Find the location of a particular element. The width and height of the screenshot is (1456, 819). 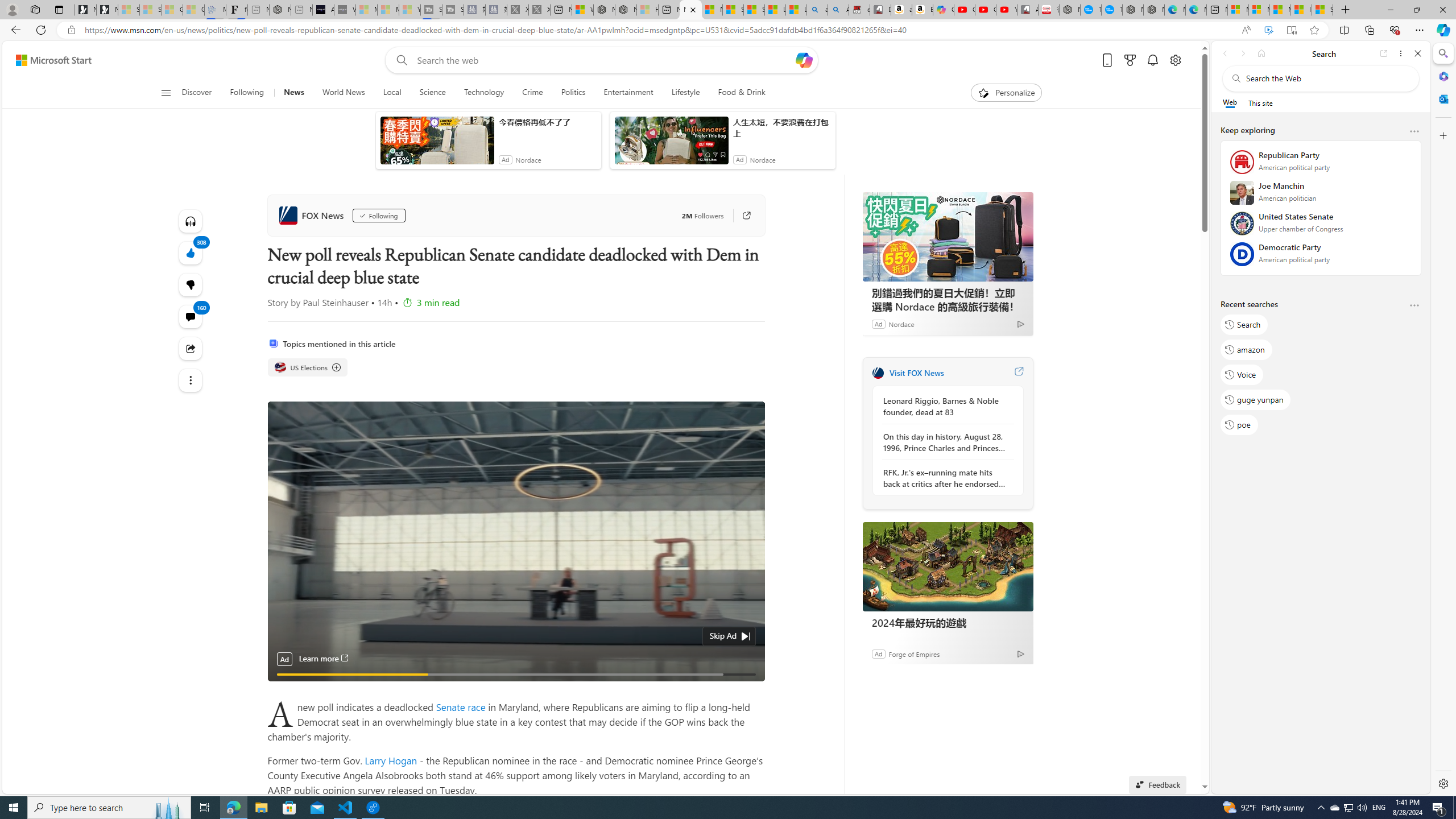

'Voice' is located at coordinates (1241, 374).